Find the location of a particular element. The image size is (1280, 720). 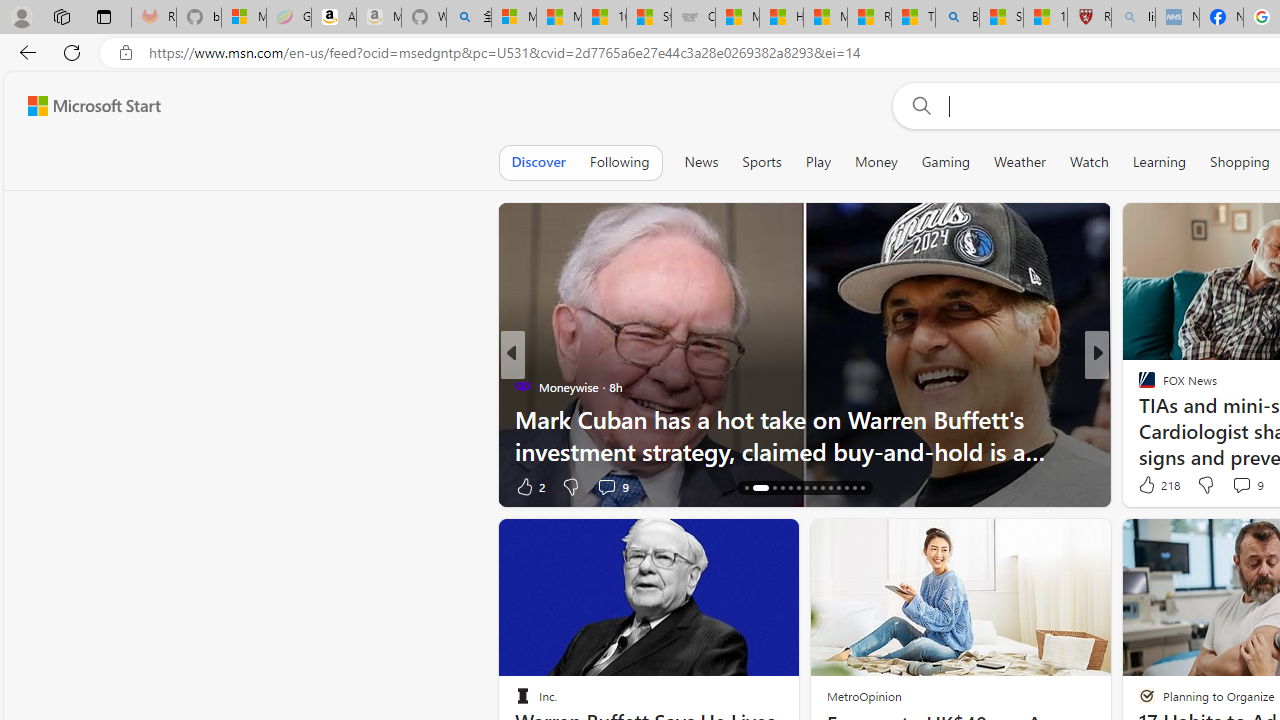

'View comments 66 Comment' is located at coordinates (1243, 486).